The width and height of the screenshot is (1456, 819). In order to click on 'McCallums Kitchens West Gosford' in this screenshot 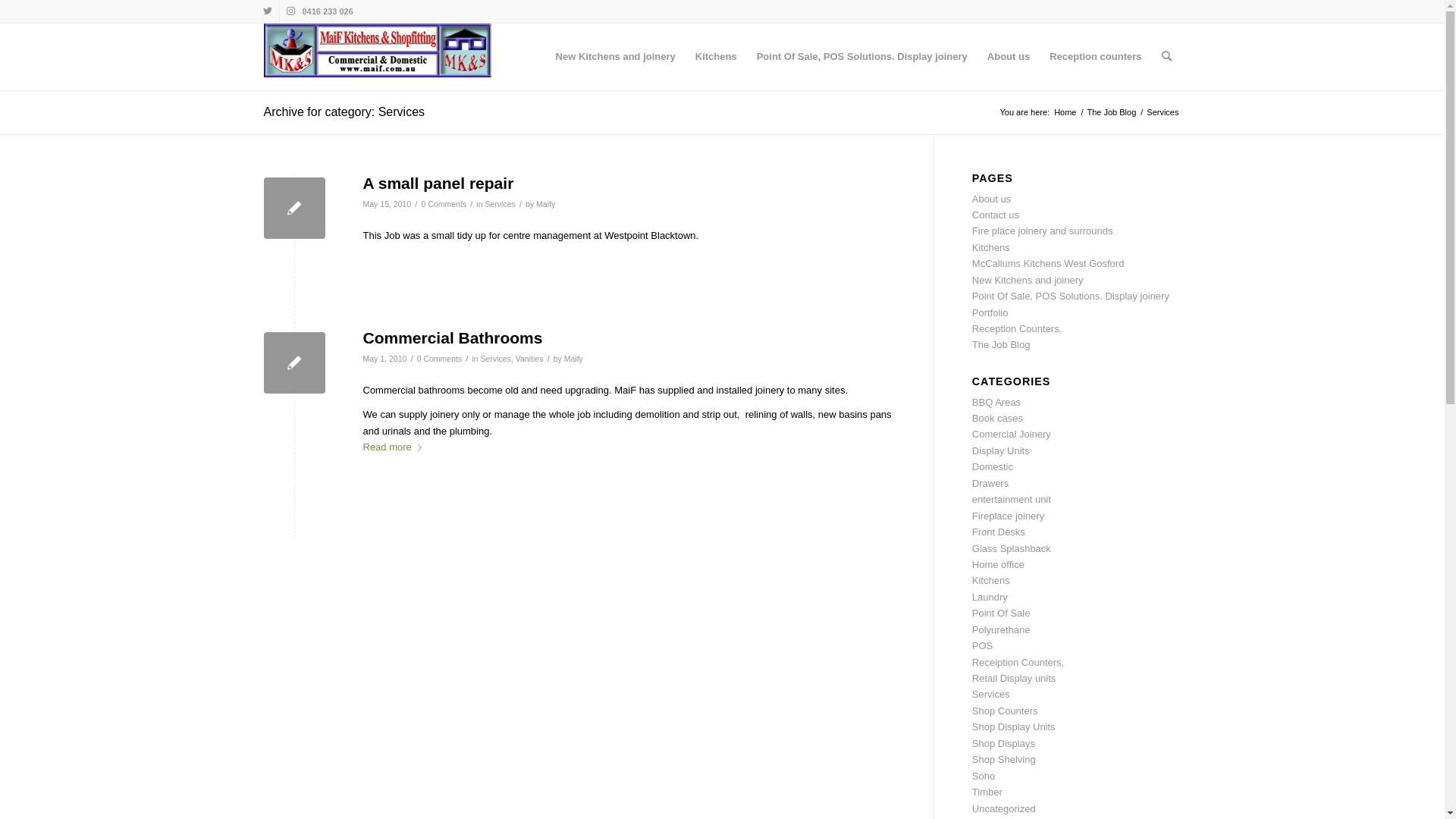, I will do `click(971, 262)`.